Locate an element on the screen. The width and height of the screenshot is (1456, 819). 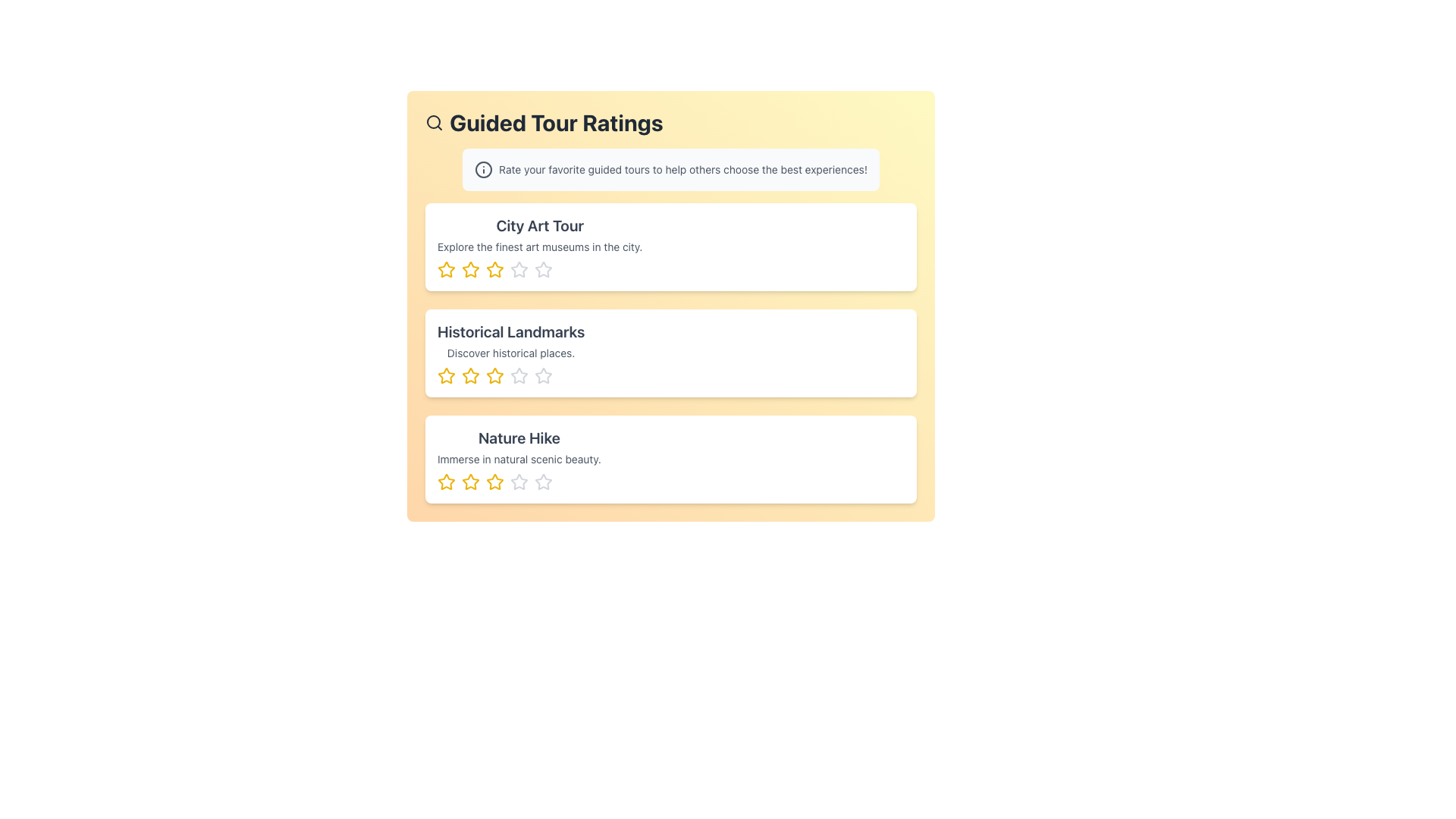
the first yellow star icon in the rating control for the 'City Art Tour' card to rate it is located at coordinates (469, 268).